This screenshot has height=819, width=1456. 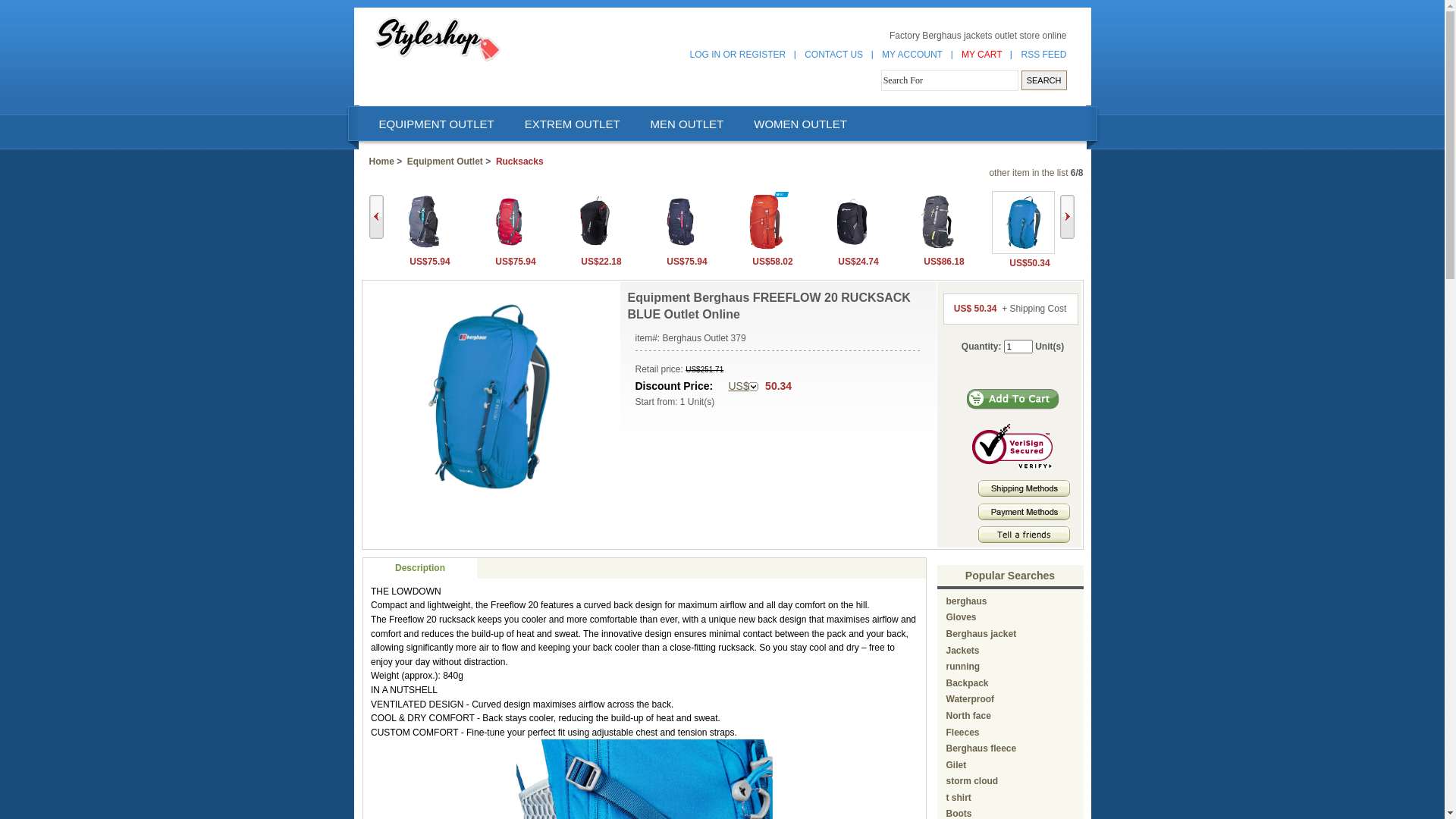 I want to click on 'EQUIPMENT OUTLET', so click(x=435, y=123).